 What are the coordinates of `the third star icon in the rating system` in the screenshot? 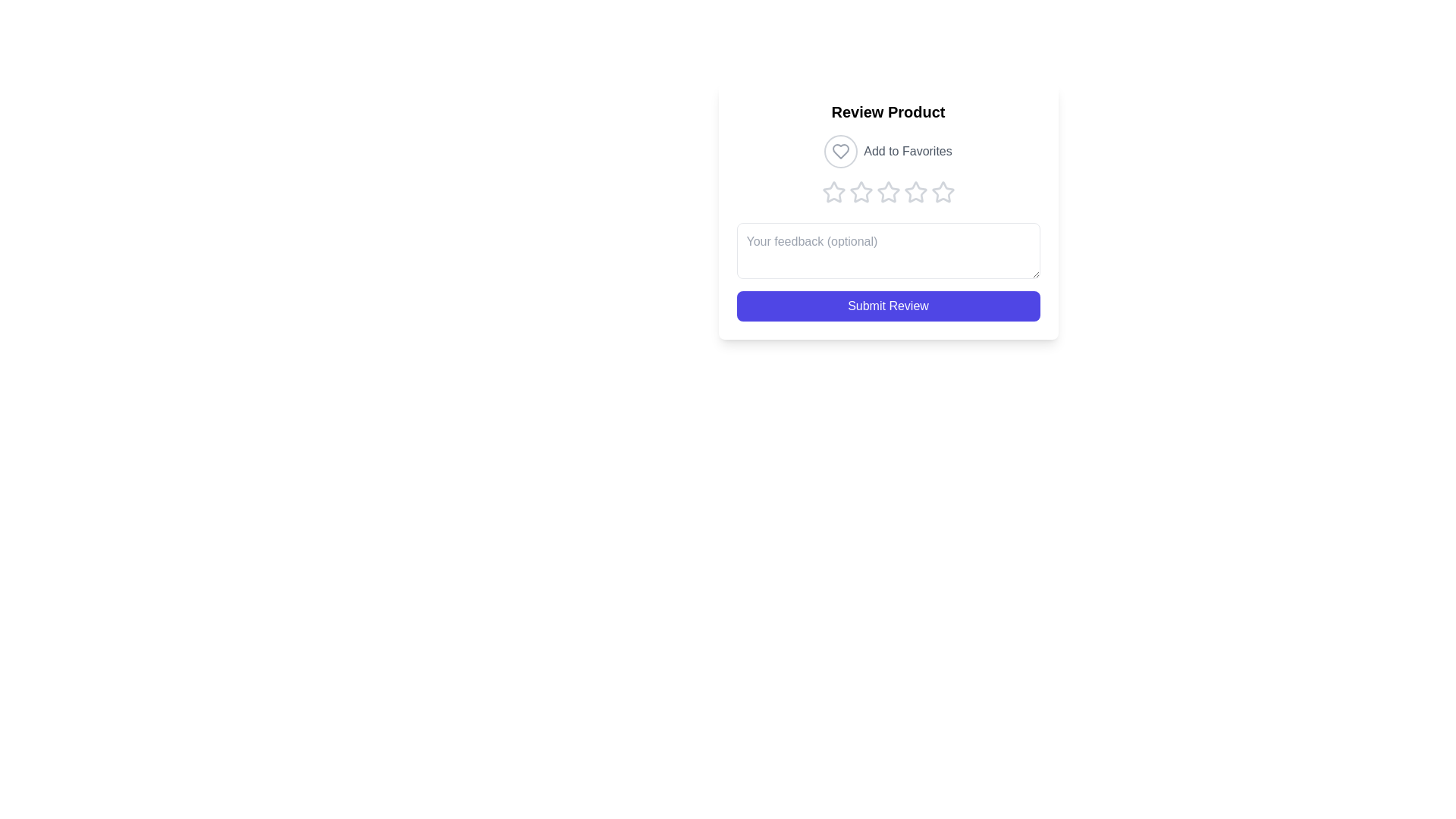 It's located at (888, 191).